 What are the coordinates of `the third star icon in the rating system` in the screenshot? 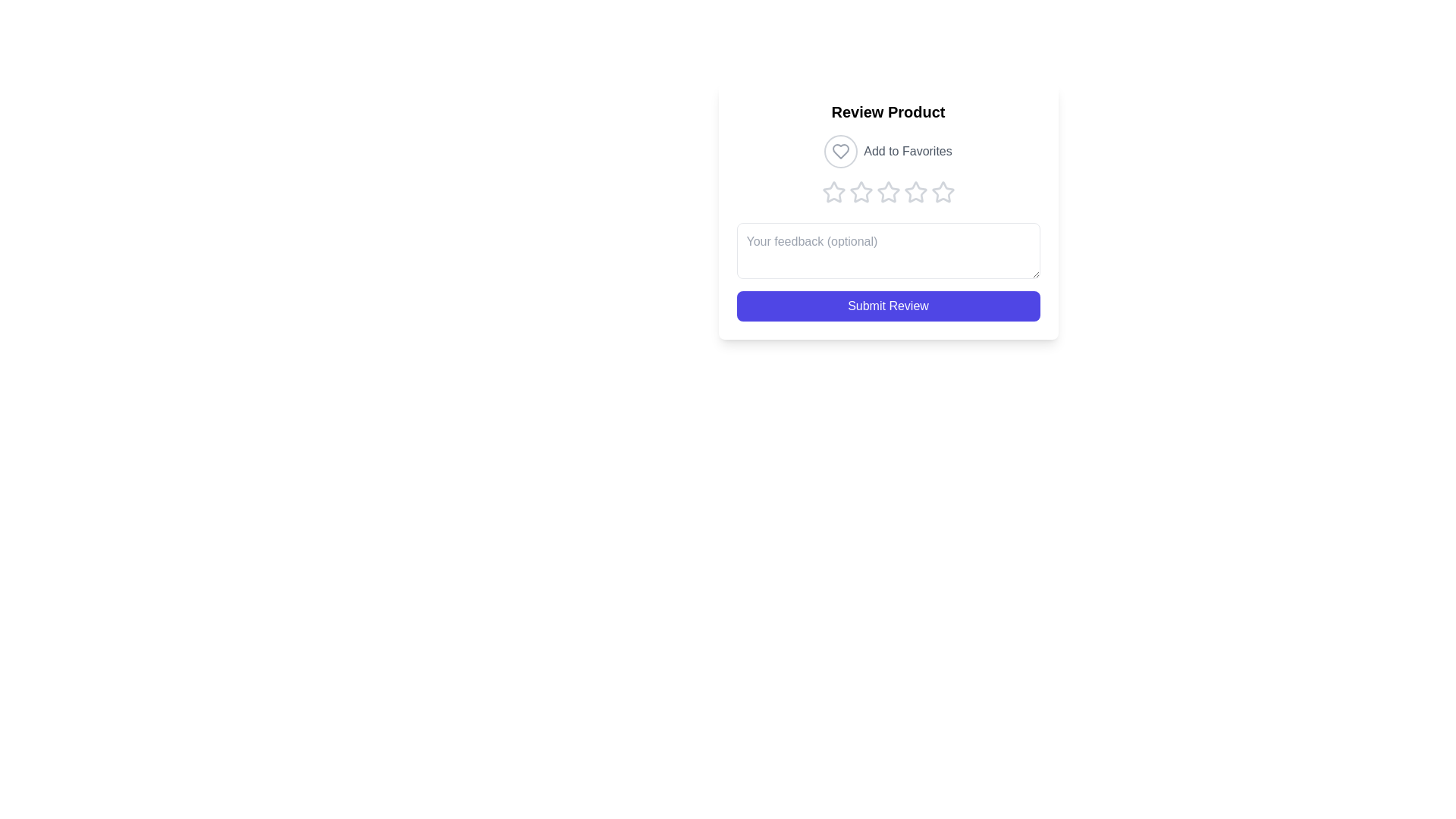 It's located at (888, 191).